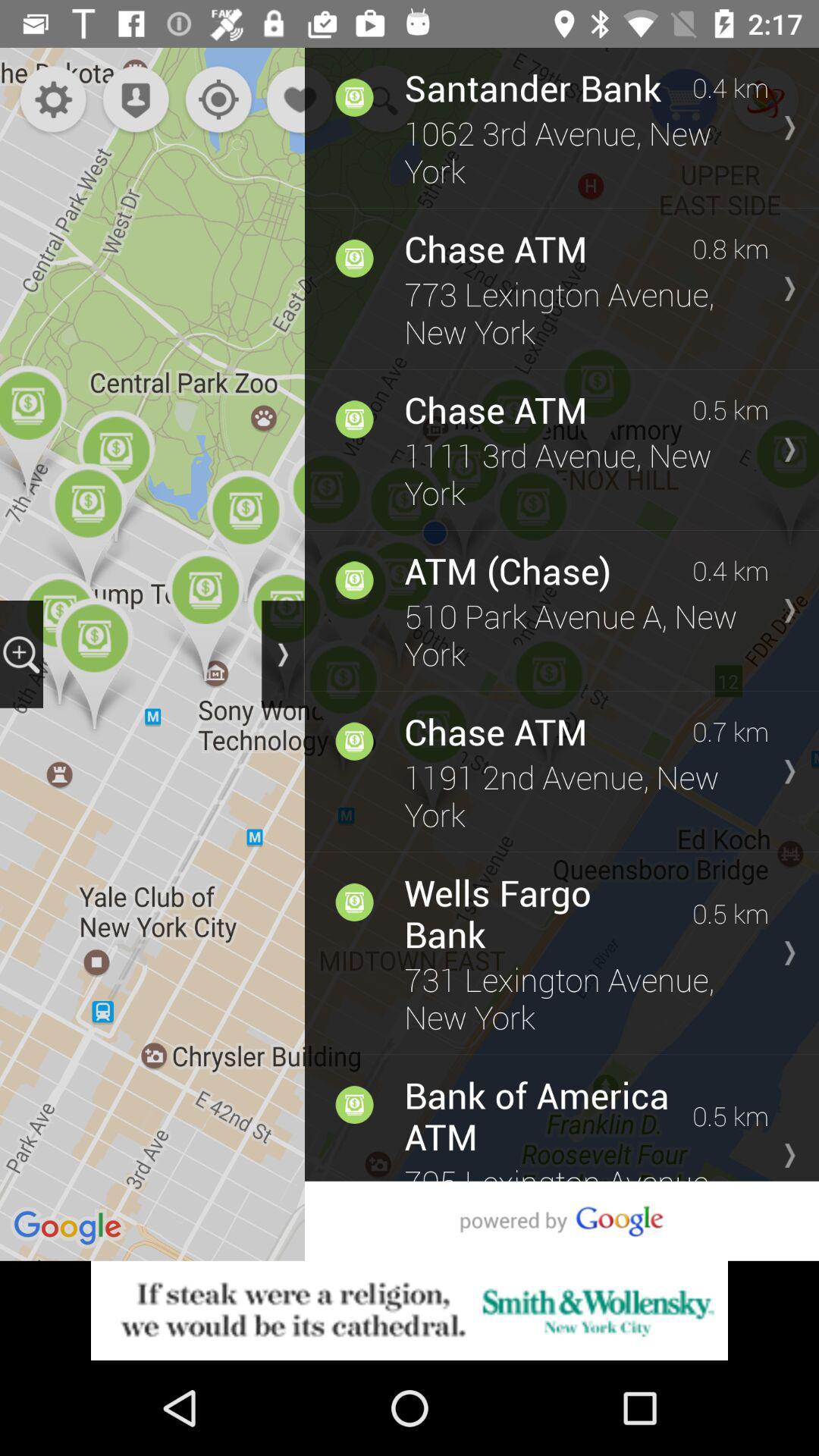 The width and height of the screenshot is (819, 1456). Describe the element at coordinates (301, 100) in the screenshot. I see `the favorite icon` at that location.